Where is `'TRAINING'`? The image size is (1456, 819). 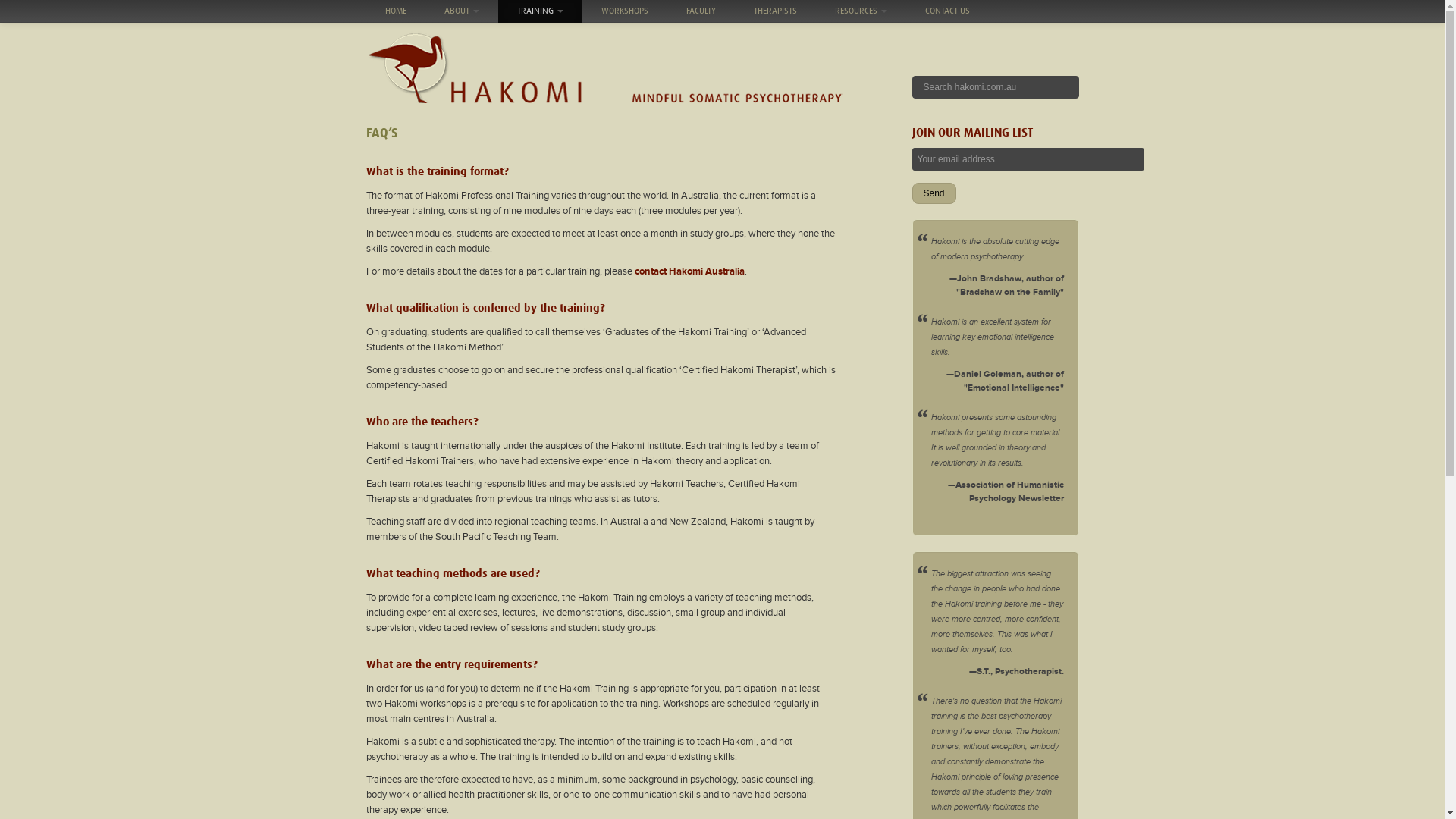 'TRAINING' is located at coordinates (539, 11).